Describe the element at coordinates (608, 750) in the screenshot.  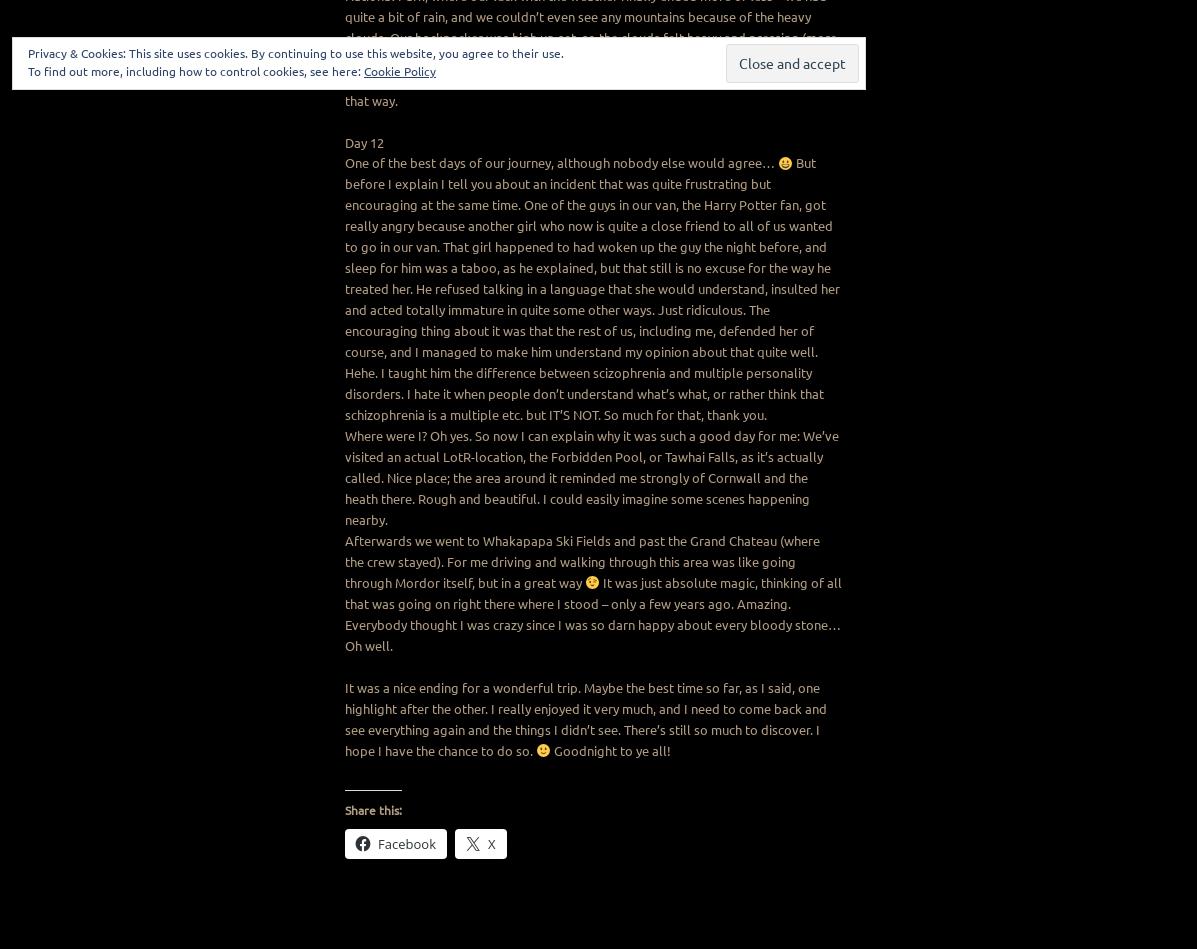
I see `'Goodnight to ye all!'` at that location.